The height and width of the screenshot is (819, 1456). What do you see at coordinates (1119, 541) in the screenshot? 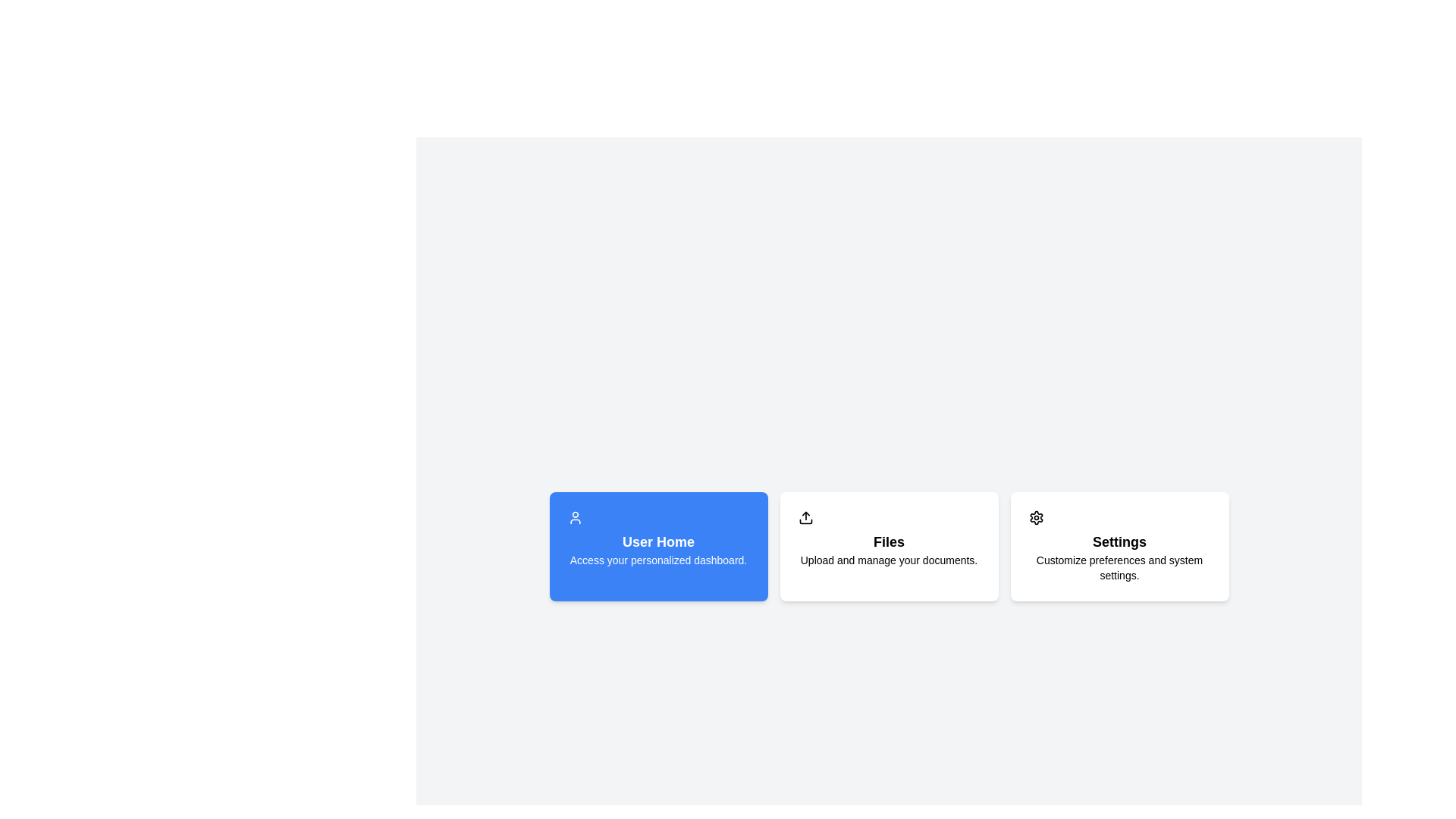
I see `header label text 'Settings' located in the third card, positioned above the description text and aligned to the right of the icon` at bounding box center [1119, 541].